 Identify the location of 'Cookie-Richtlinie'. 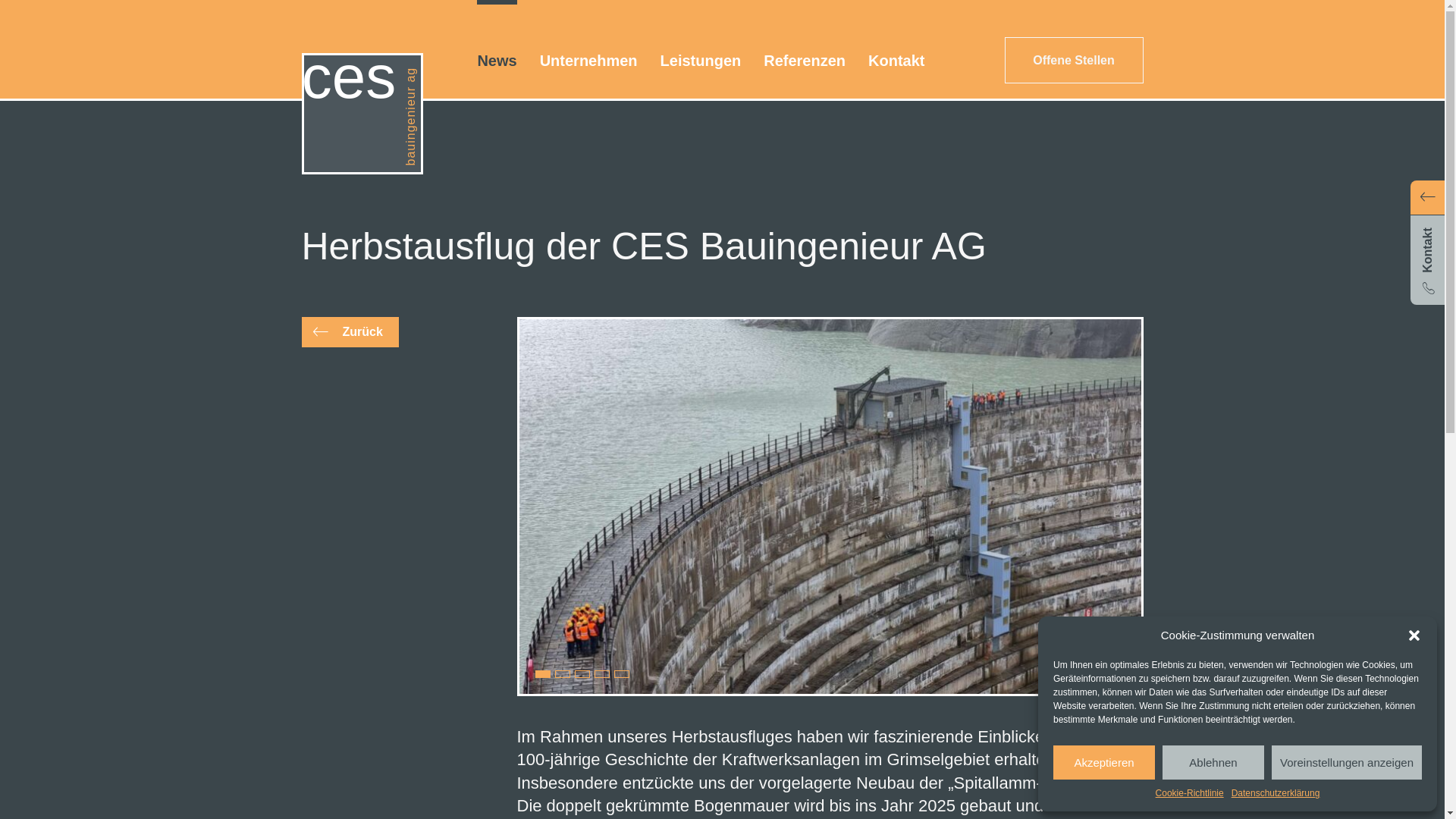
(1189, 792).